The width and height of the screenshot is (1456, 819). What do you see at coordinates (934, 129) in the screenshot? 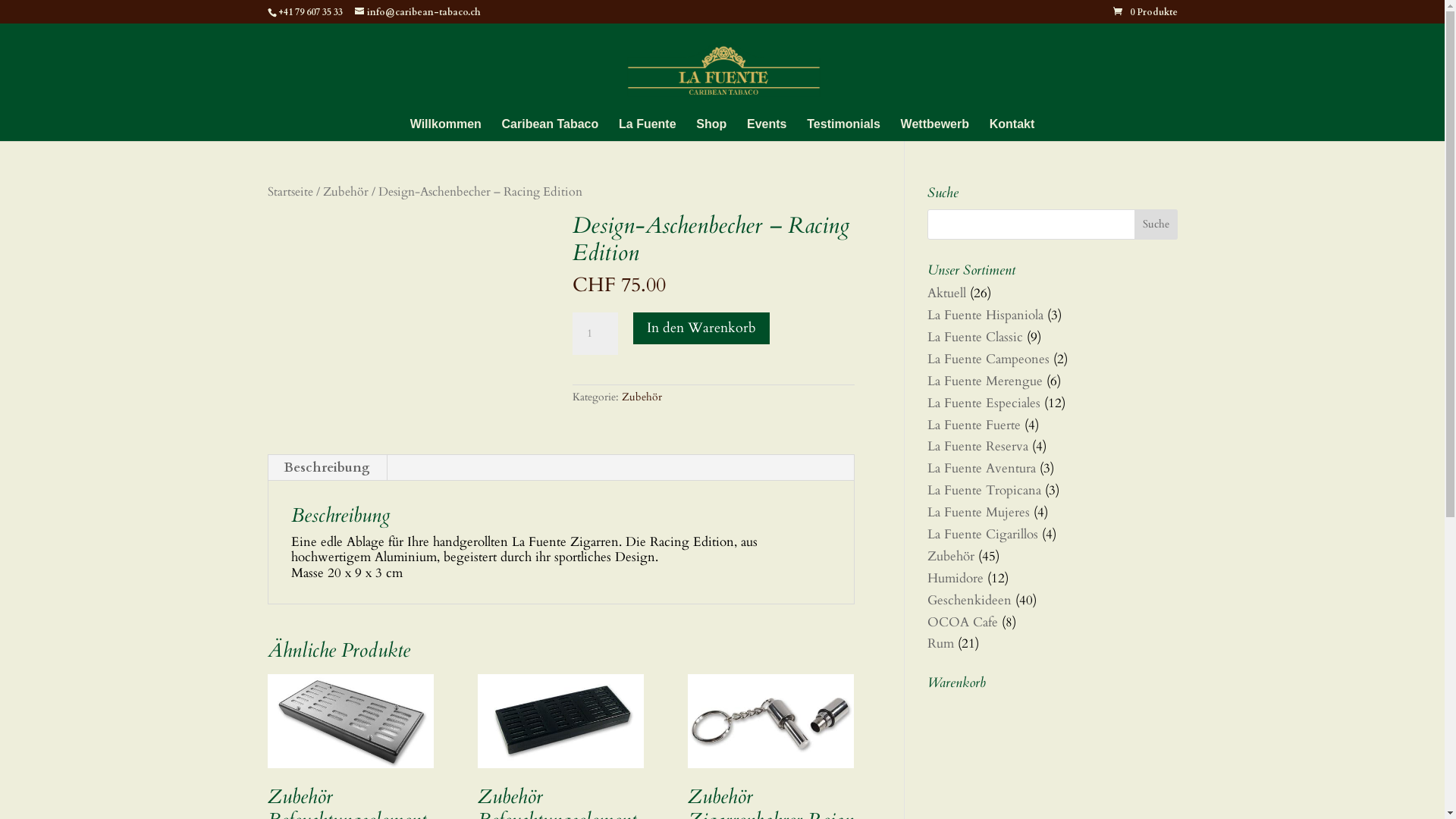
I see `'Wettbewerb'` at bounding box center [934, 129].